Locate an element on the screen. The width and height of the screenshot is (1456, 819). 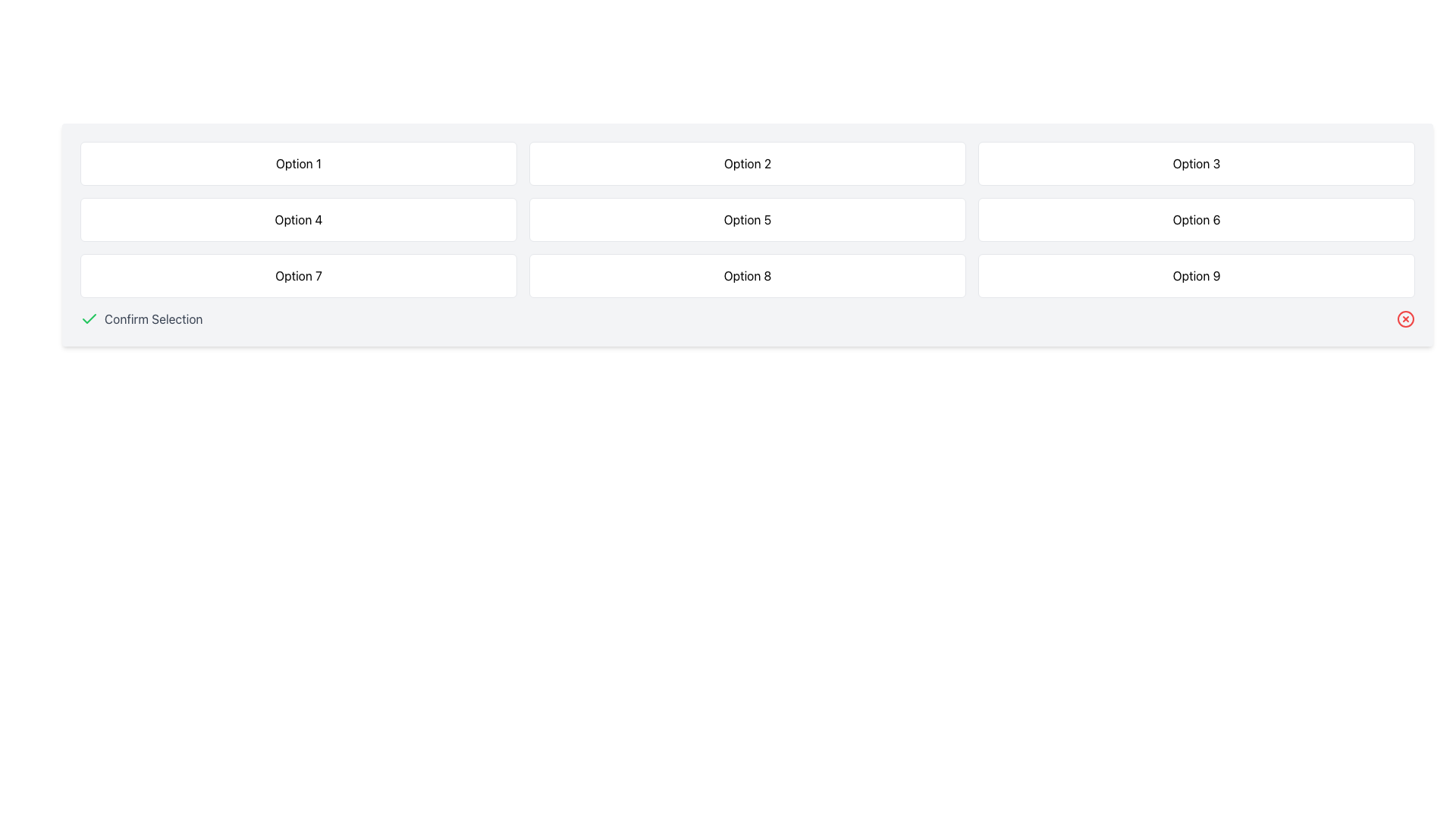
the selectable option button located in the first column of the first row within the grid is located at coordinates (298, 164).